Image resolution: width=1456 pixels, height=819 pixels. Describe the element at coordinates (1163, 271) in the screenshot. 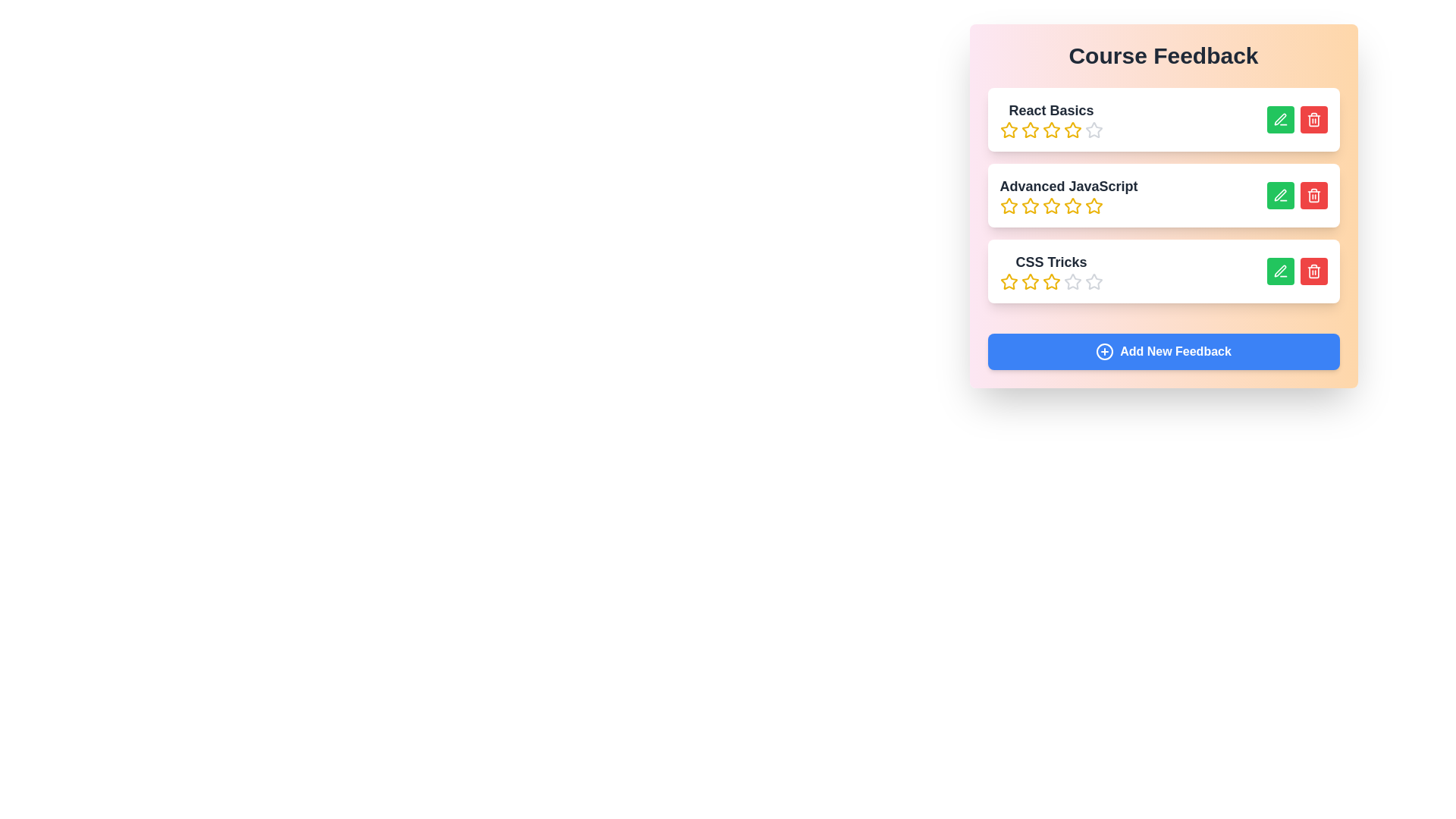

I see `the course item titled CSS Tricks to highlight it` at that location.